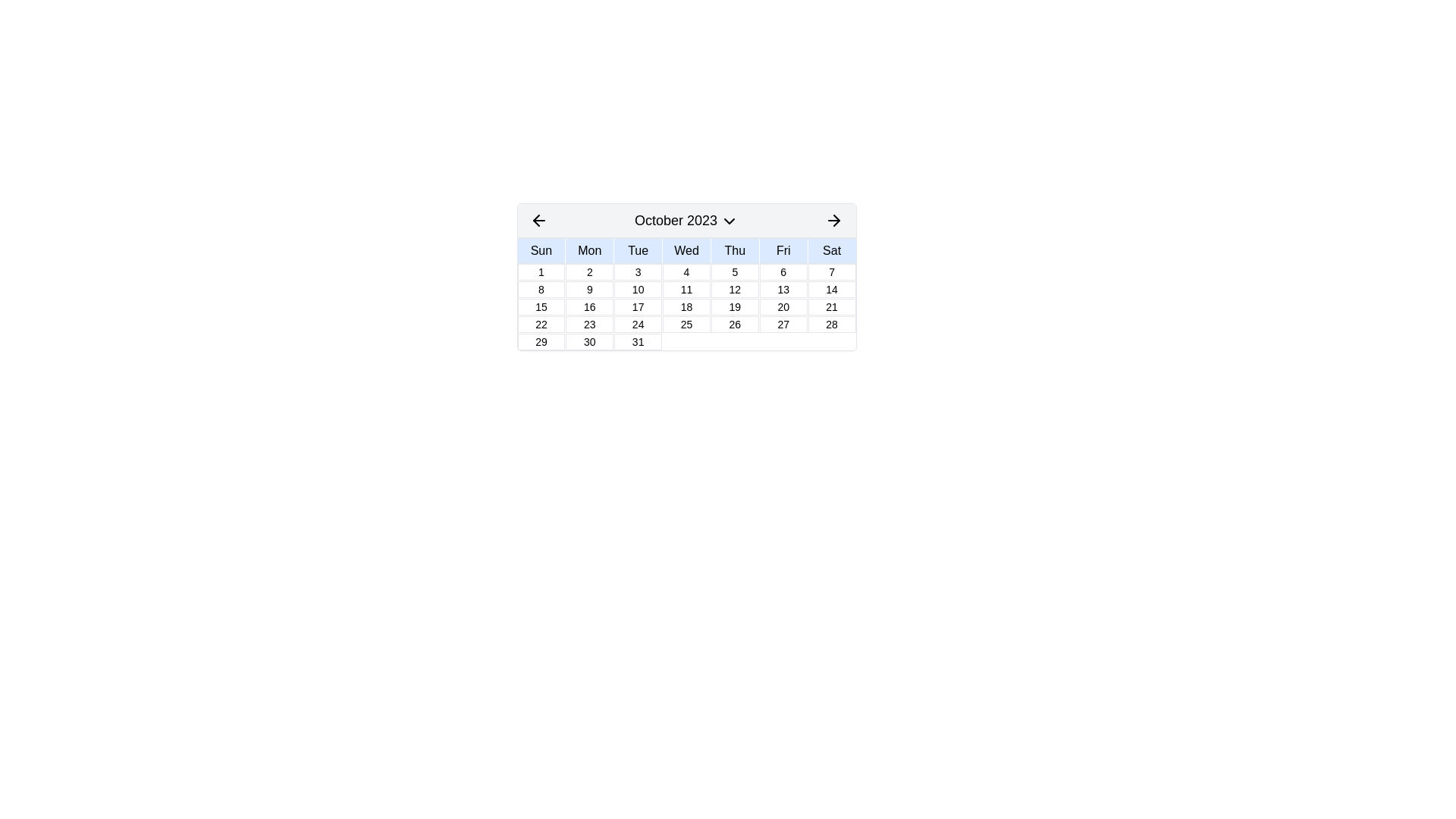 This screenshot has width=1456, height=819. Describe the element at coordinates (831, 289) in the screenshot. I see `the text element displaying the number '14' located in the sixth column and second row of the calendar grid under the header 'Sat'` at that location.